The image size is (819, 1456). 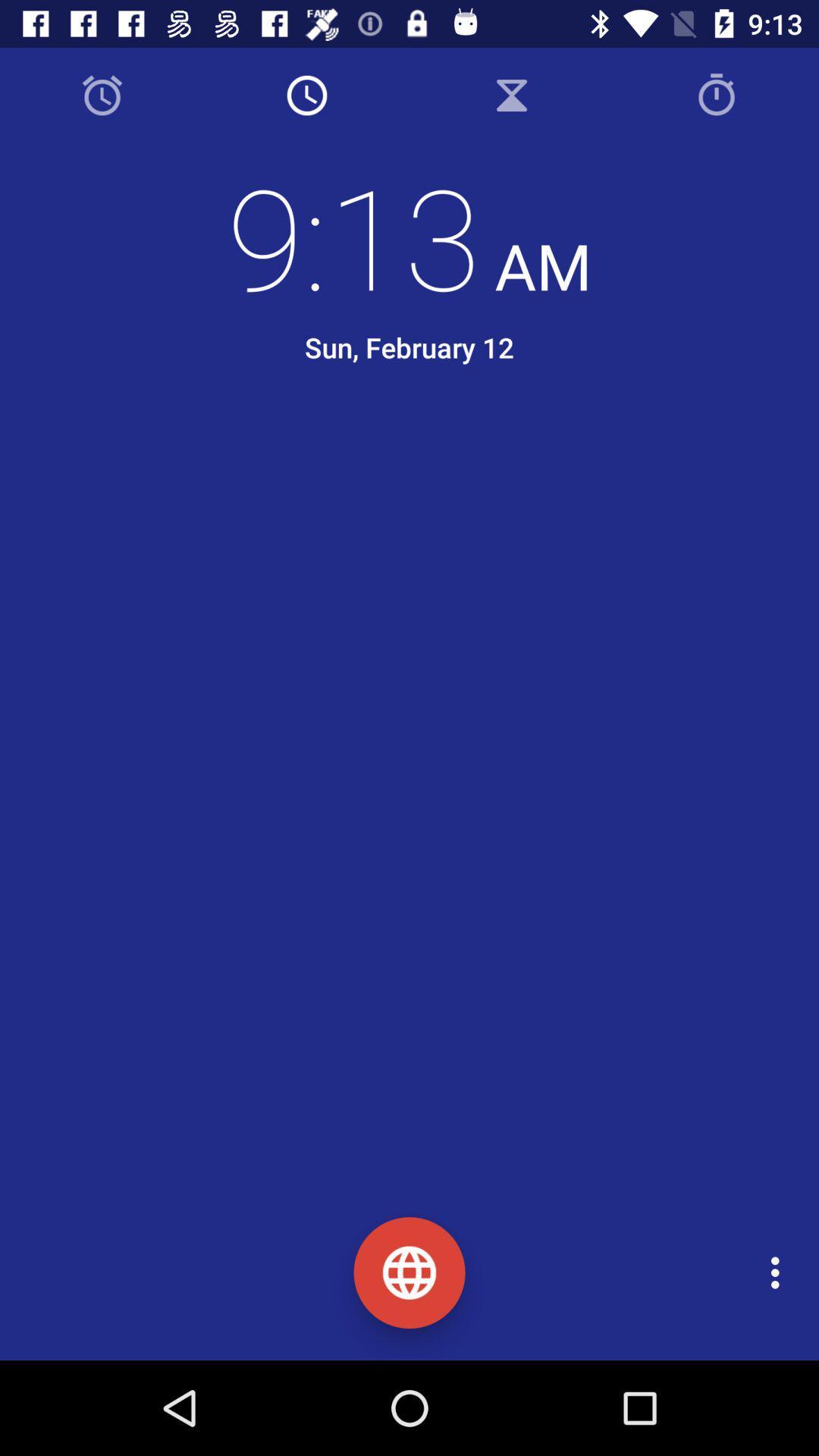 What do you see at coordinates (409, 347) in the screenshot?
I see `sun, february 12 item` at bounding box center [409, 347].